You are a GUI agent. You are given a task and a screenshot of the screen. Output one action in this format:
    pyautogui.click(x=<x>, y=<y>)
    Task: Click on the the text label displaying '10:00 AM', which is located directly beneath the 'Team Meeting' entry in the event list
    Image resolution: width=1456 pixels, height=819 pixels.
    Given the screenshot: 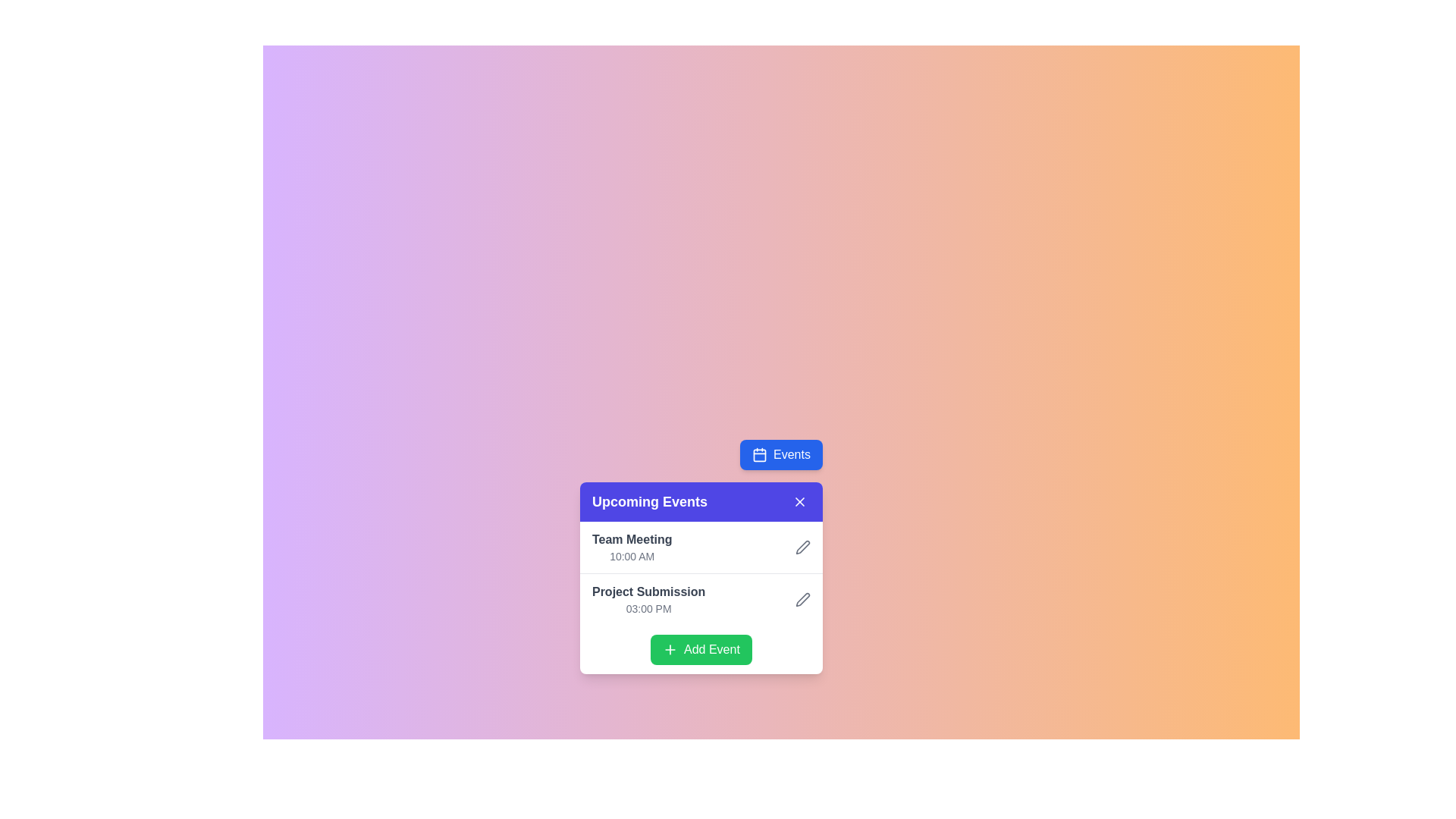 What is the action you would take?
    pyautogui.click(x=632, y=556)
    